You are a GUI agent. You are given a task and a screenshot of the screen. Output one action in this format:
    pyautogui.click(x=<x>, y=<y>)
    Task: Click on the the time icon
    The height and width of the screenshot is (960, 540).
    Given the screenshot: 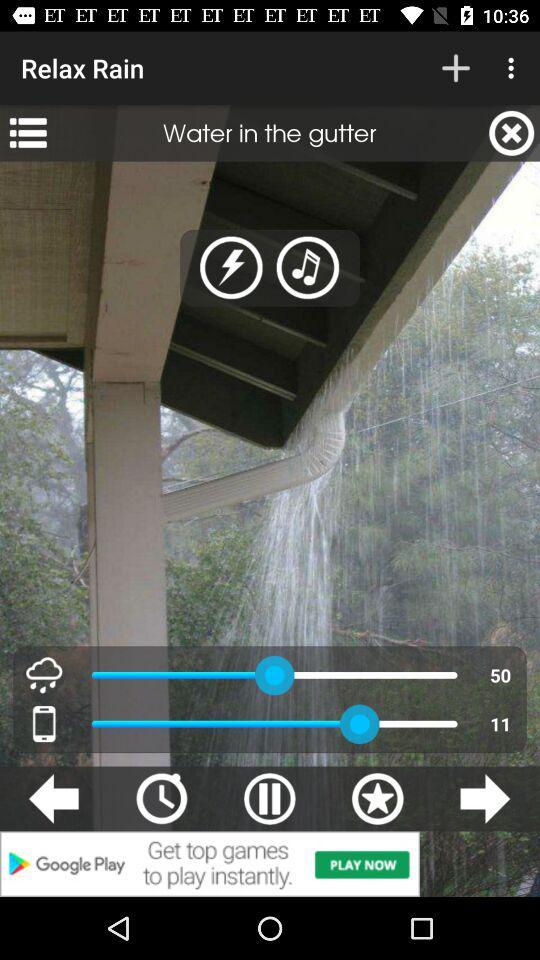 What is the action you would take?
    pyautogui.click(x=160, y=798)
    